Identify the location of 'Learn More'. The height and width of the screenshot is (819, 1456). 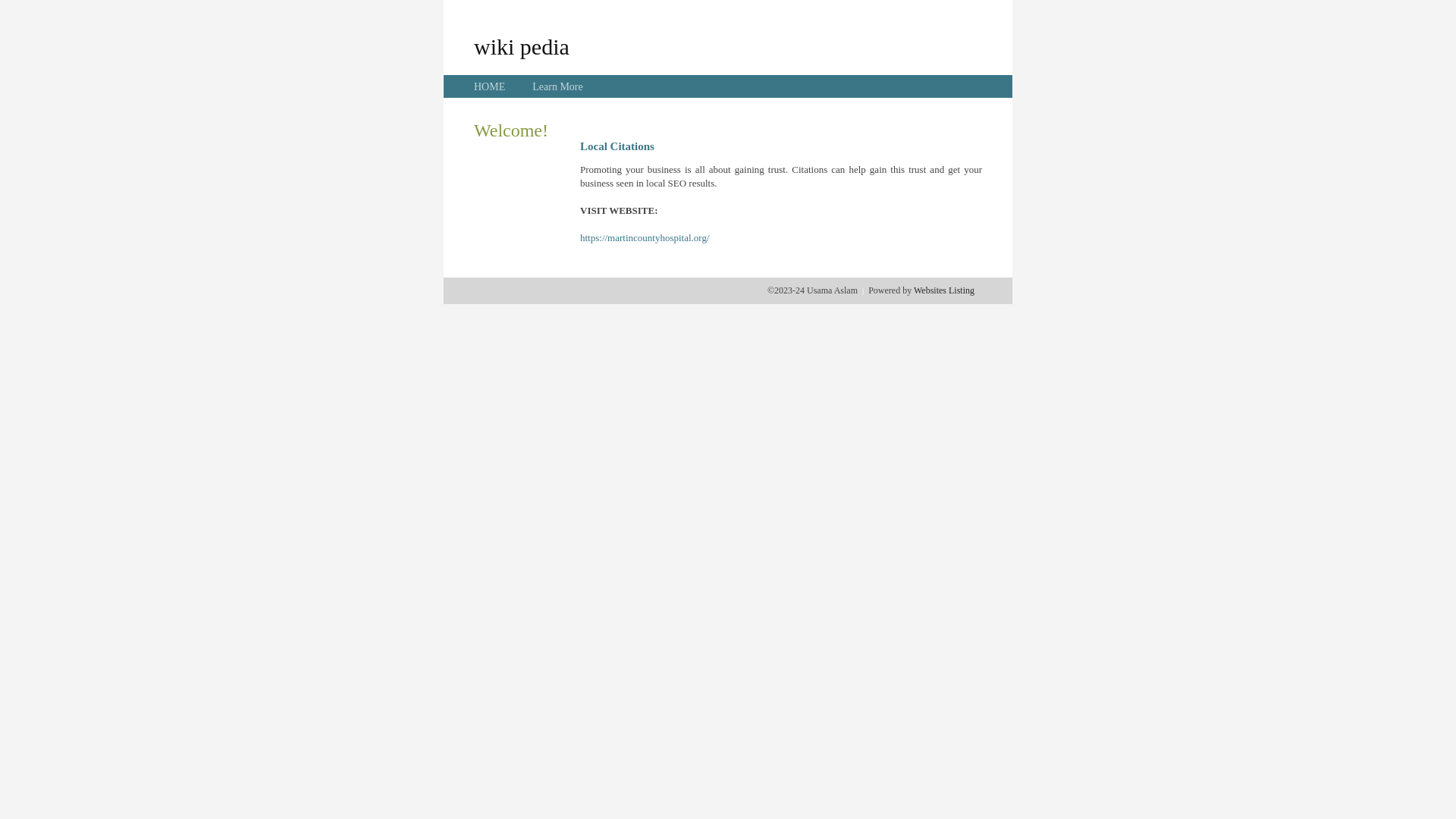
(532, 86).